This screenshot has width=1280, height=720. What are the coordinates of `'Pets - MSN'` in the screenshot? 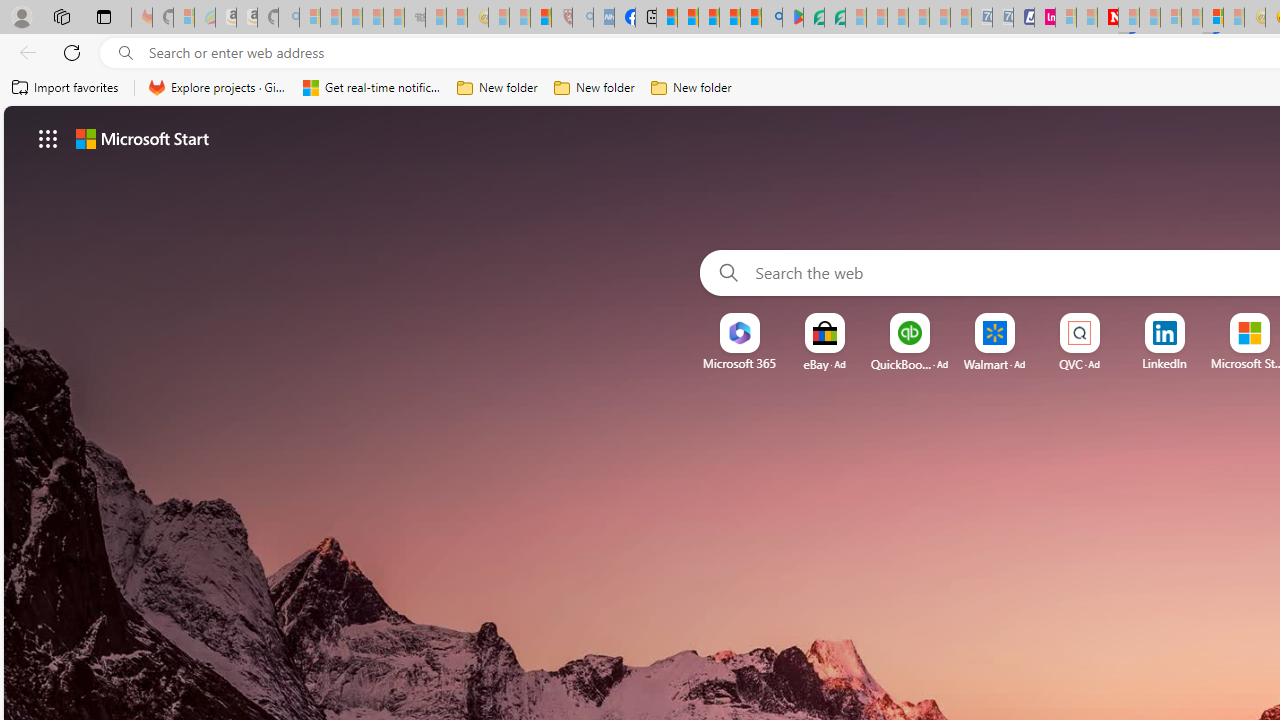 It's located at (728, 17).